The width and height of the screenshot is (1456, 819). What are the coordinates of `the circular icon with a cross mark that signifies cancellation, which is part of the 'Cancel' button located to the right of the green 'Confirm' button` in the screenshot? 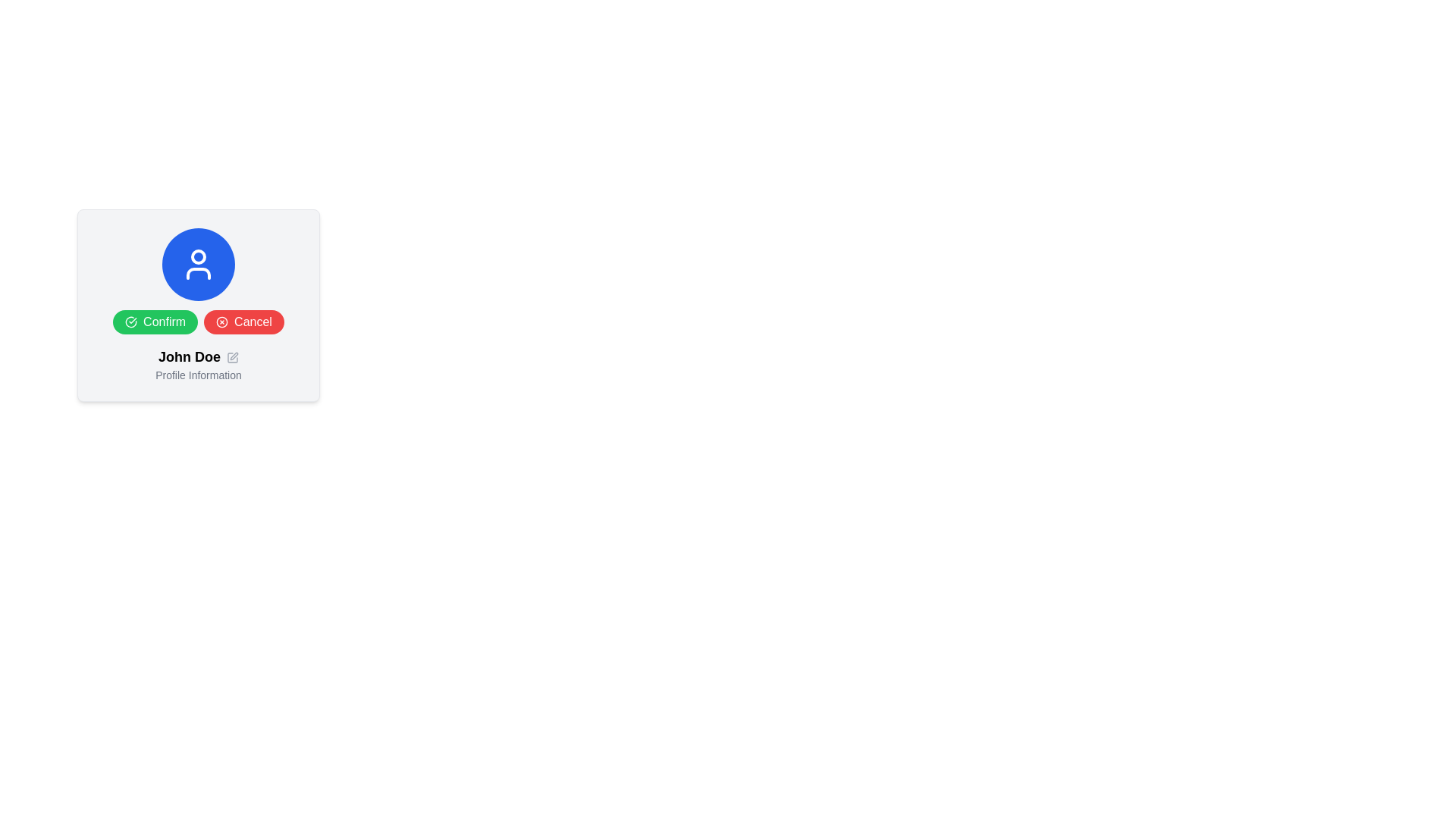 It's located at (221, 321).